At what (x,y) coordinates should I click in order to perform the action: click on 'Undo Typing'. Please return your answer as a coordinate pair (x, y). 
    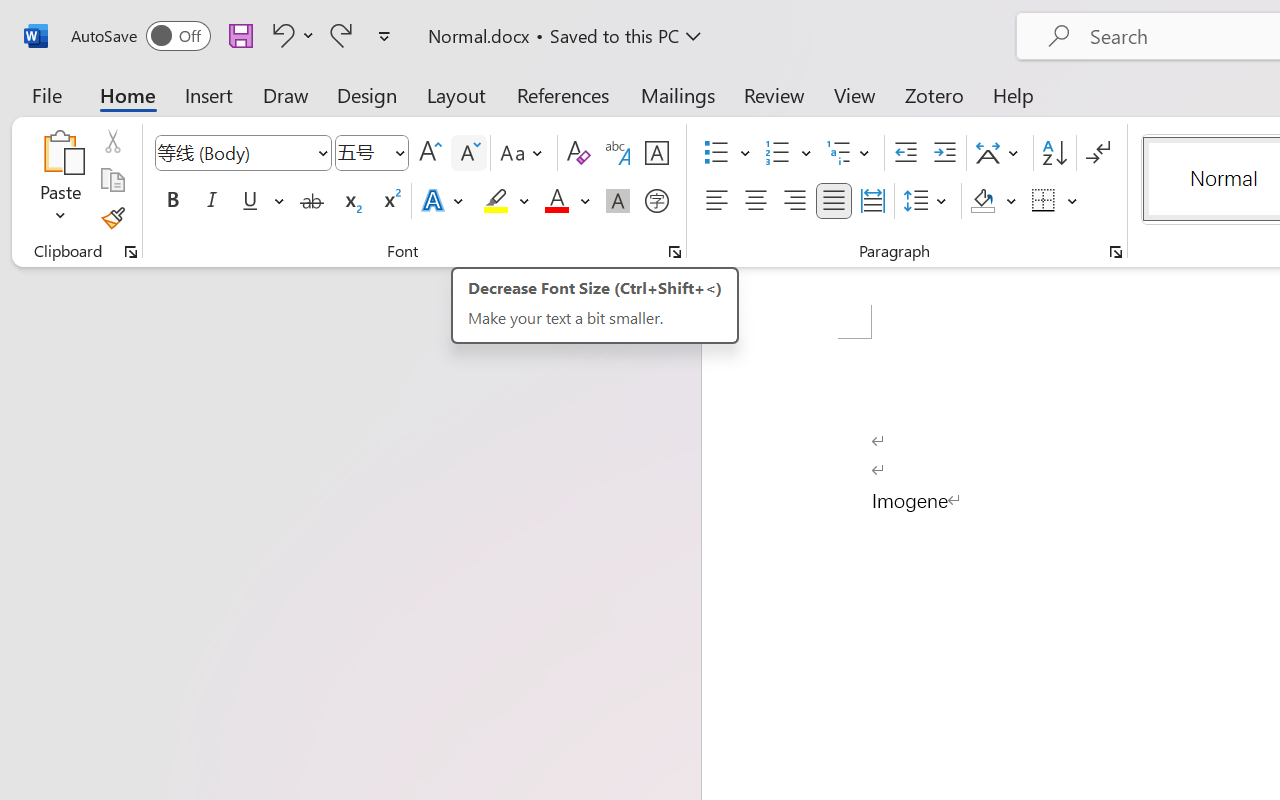
    Looking at the image, I should click on (289, 34).